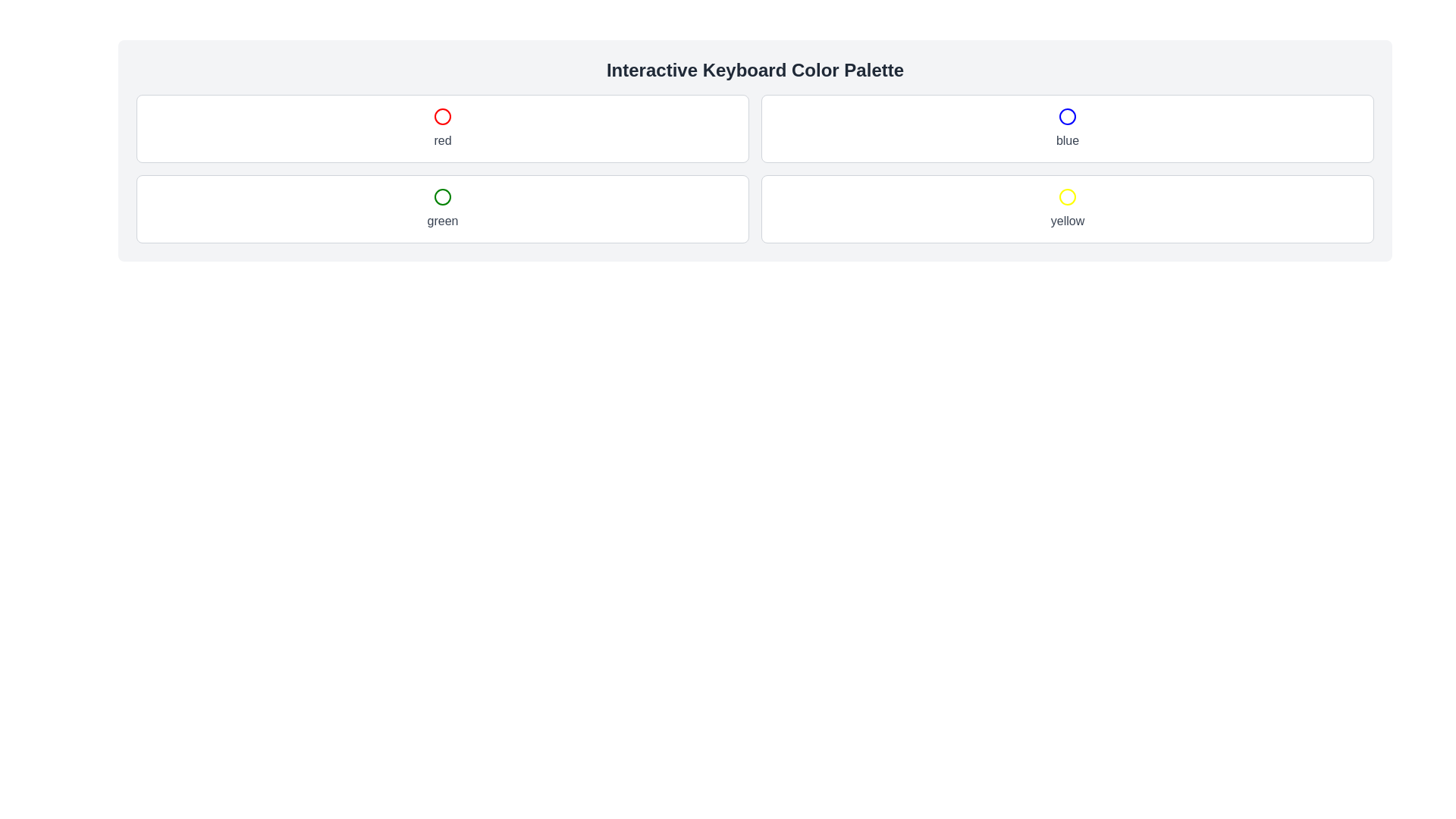  What do you see at coordinates (442, 209) in the screenshot?
I see `the interactive card labeled 'green', which is the third option in a grid layout located in the lower-left section` at bounding box center [442, 209].